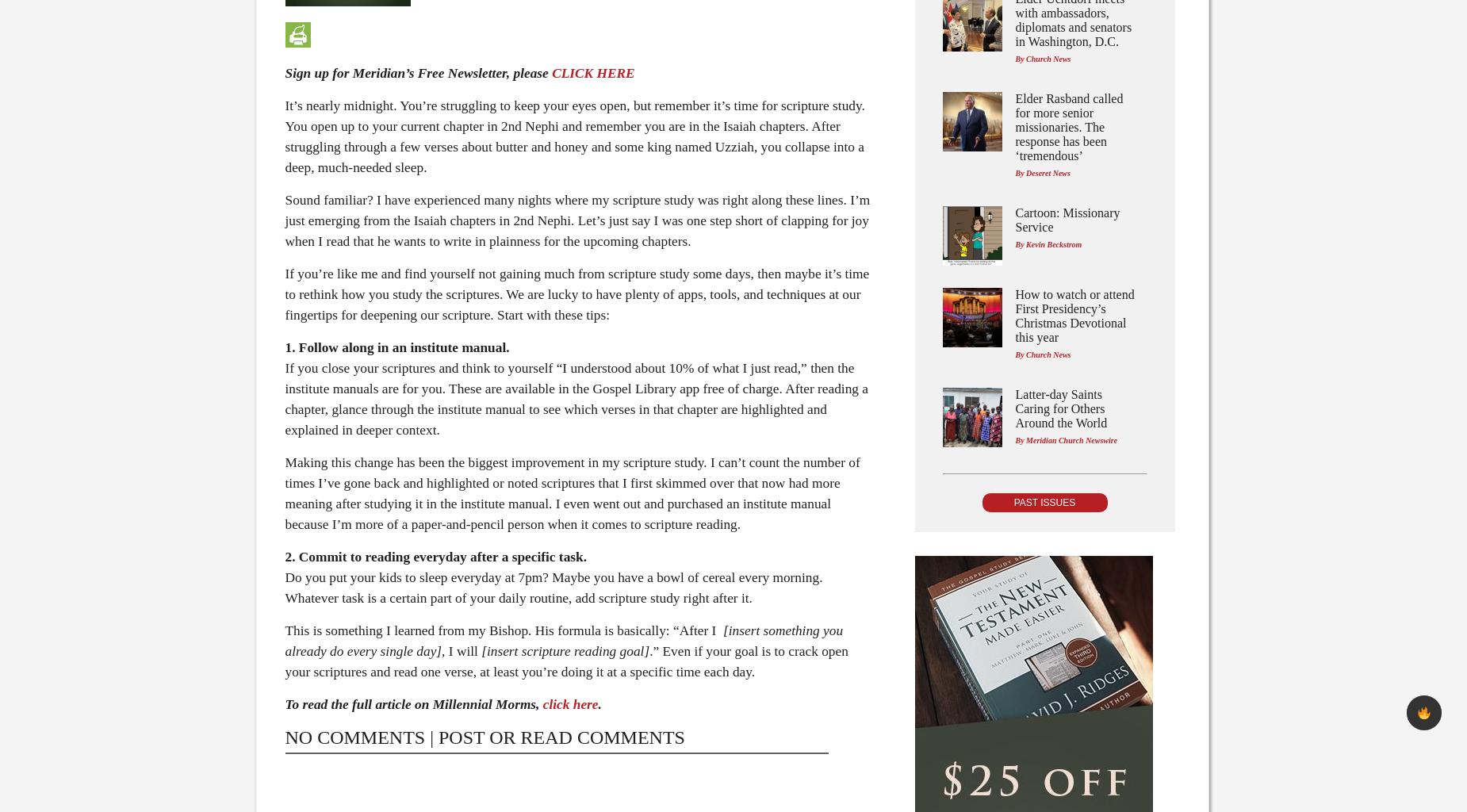 The width and height of the screenshot is (1467, 812). Describe the element at coordinates (284, 704) in the screenshot. I see `'To read the full article on Millennial Morms,'` at that location.